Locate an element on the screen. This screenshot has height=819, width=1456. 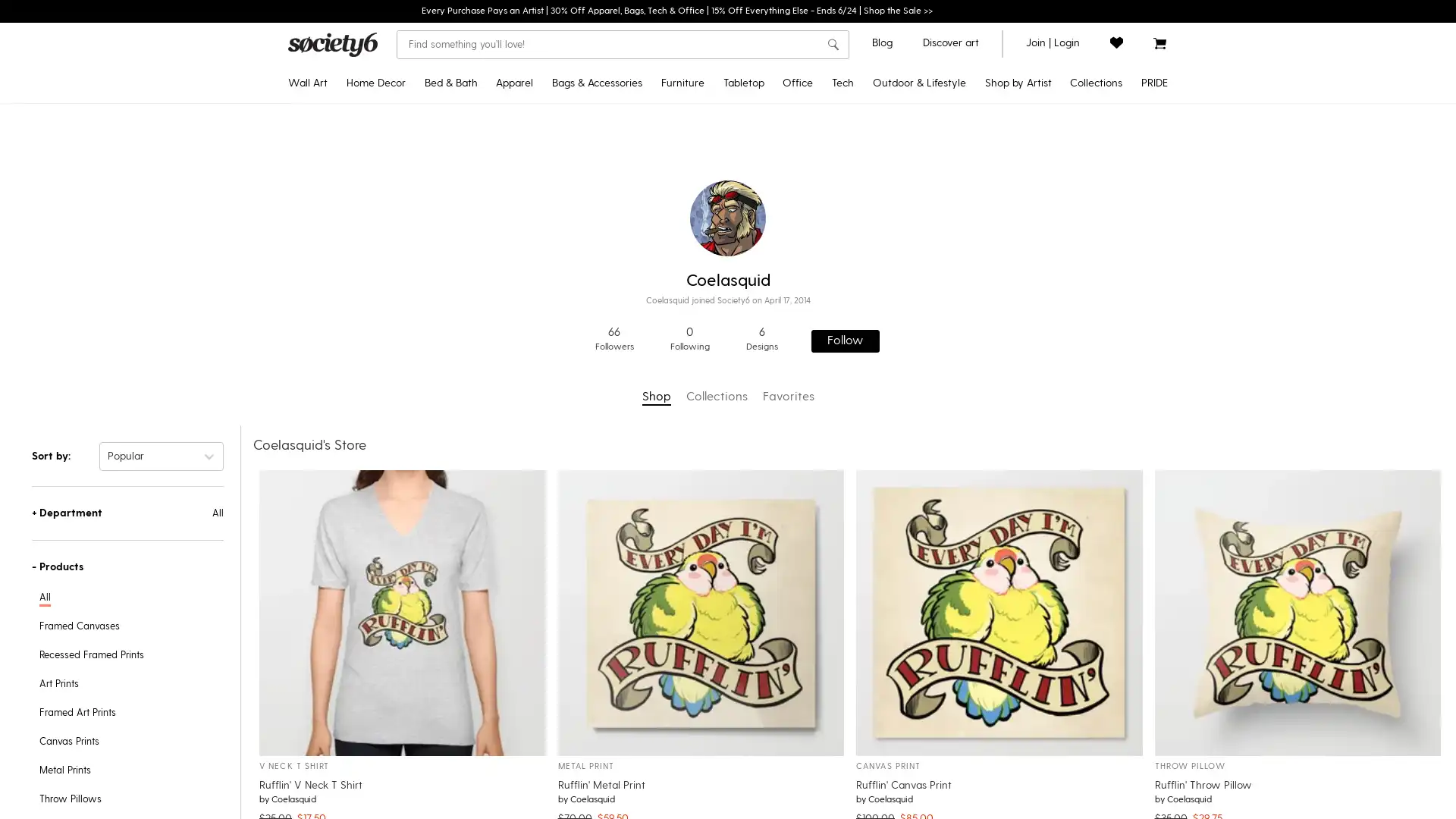
Pride MonthNEW is located at coordinates (1040, 121).